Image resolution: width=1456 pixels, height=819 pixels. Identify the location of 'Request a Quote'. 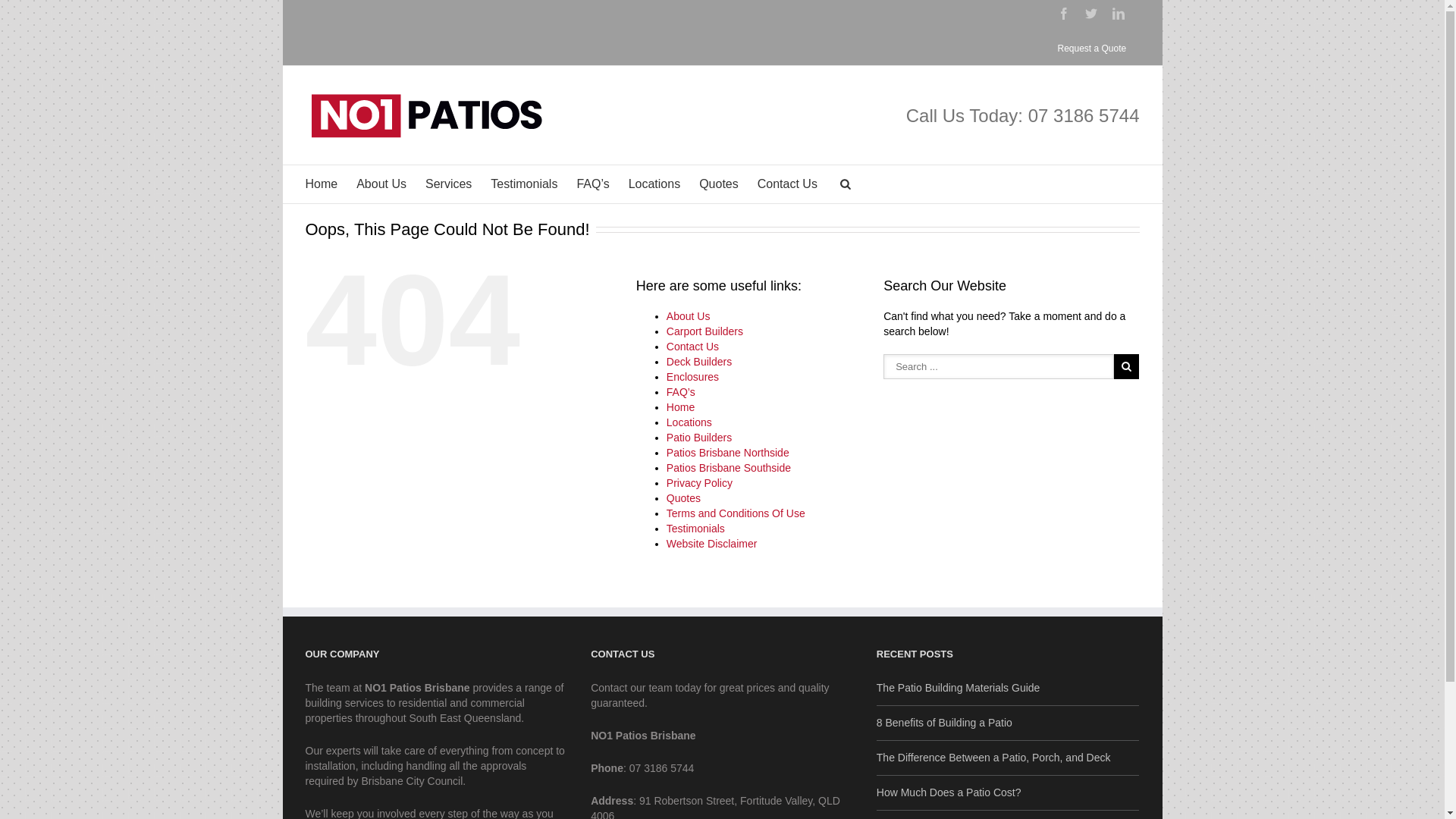
(1090, 48).